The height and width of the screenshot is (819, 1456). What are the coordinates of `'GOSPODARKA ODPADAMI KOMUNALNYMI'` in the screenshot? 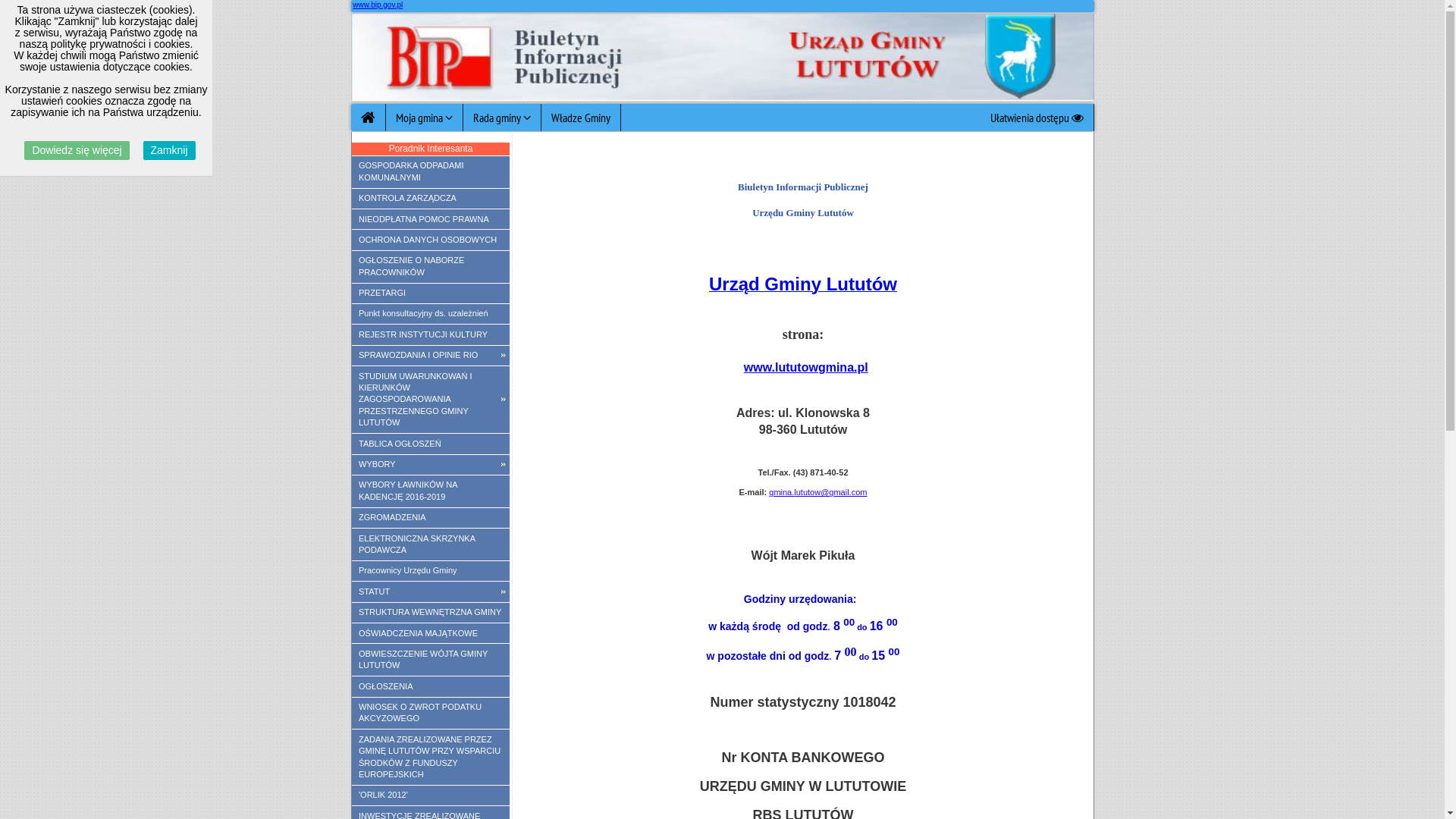 It's located at (429, 171).